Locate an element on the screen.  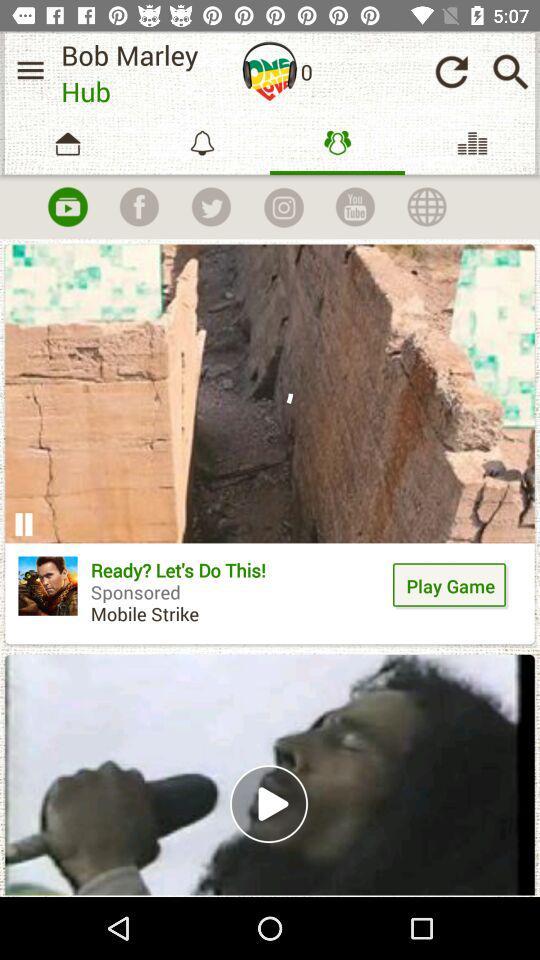
search is located at coordinates (510, 71).